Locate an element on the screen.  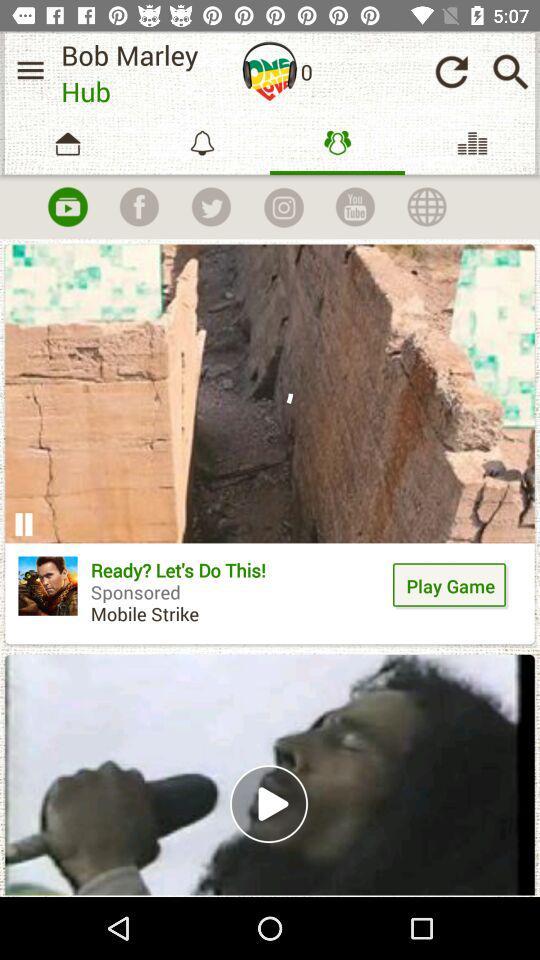
search is located at coordinates (510, 71).